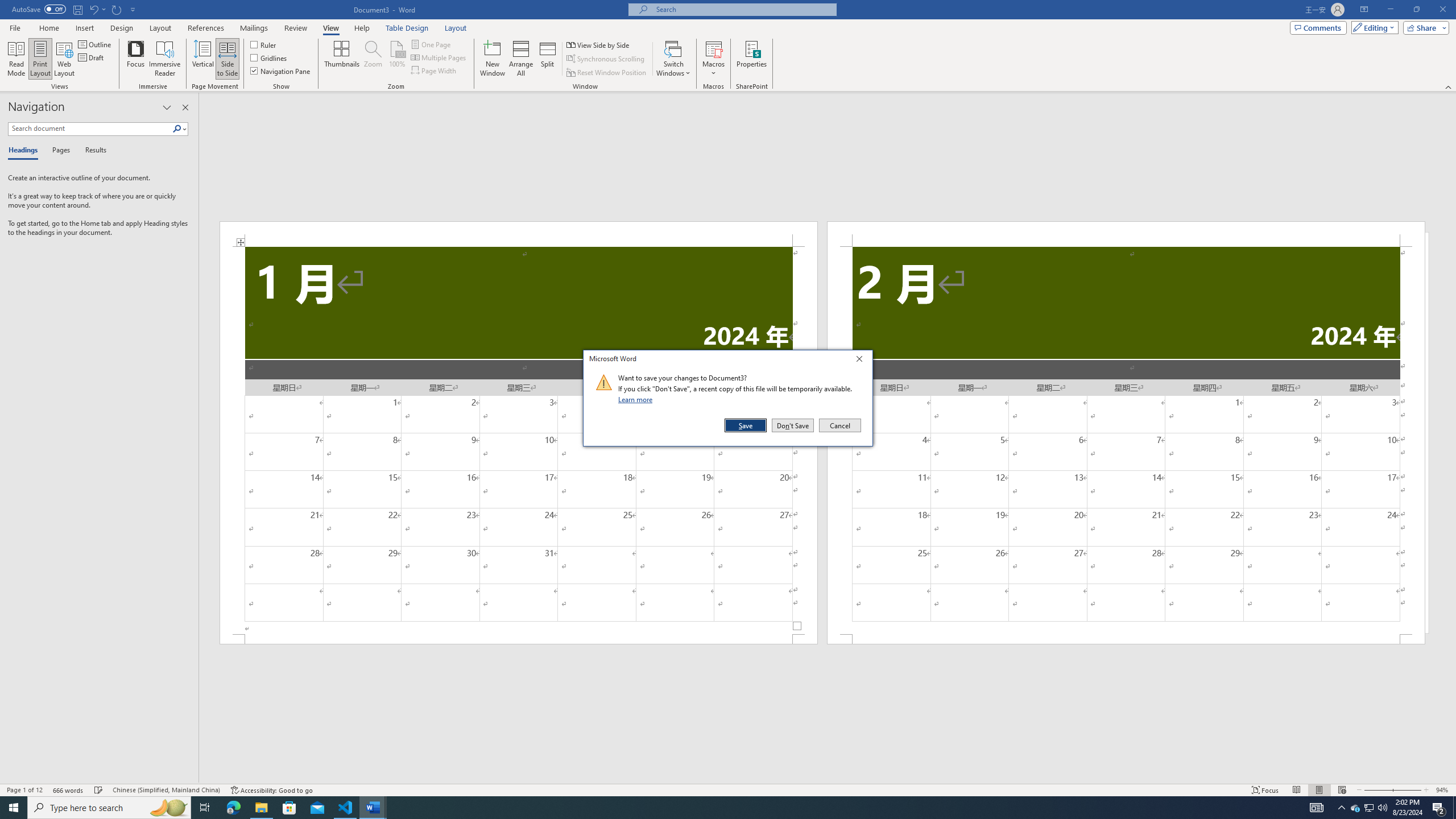  I want to click on 'Split', so click(547, 59).